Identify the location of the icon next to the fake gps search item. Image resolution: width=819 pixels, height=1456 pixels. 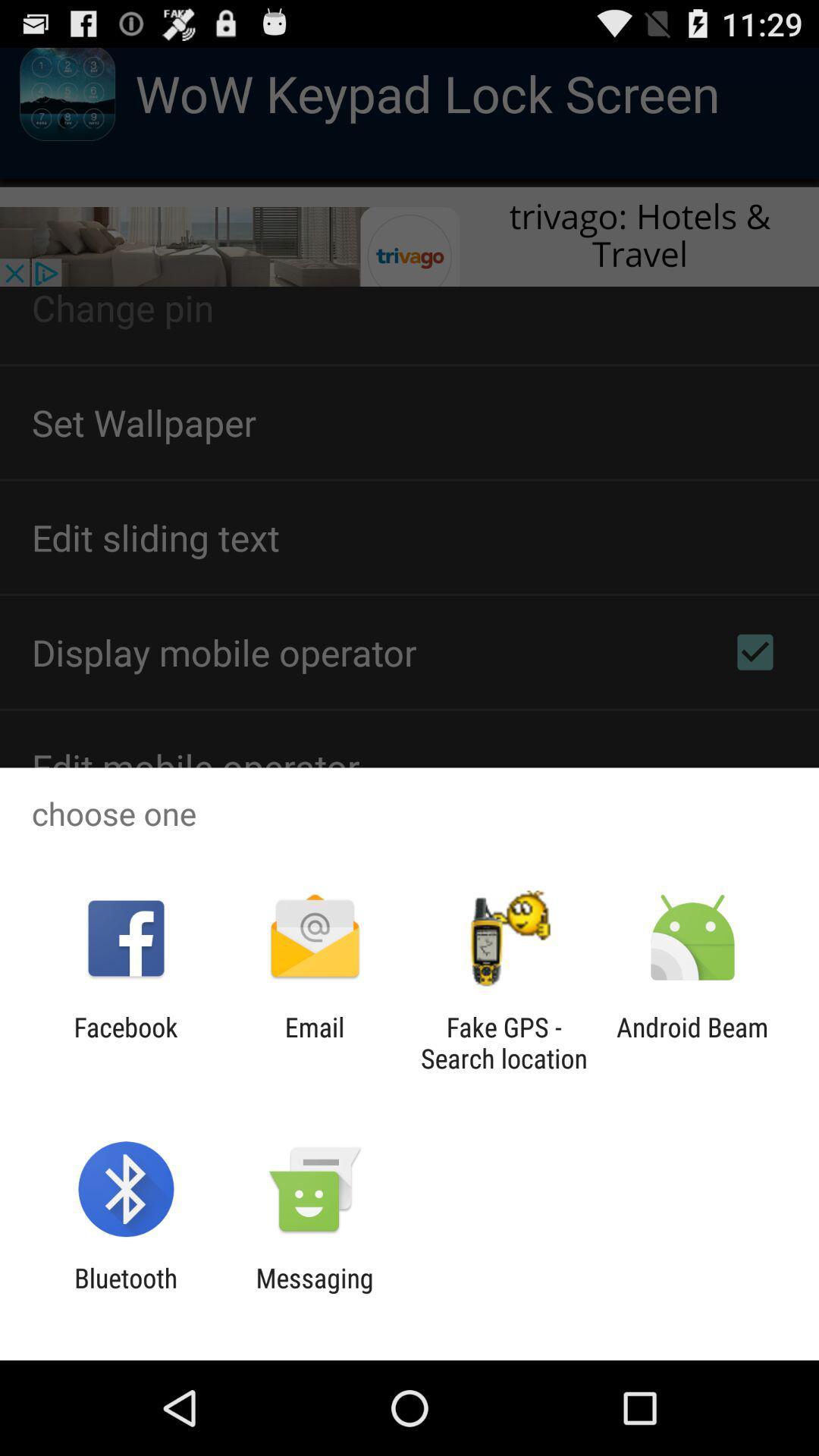
(692, 1042).